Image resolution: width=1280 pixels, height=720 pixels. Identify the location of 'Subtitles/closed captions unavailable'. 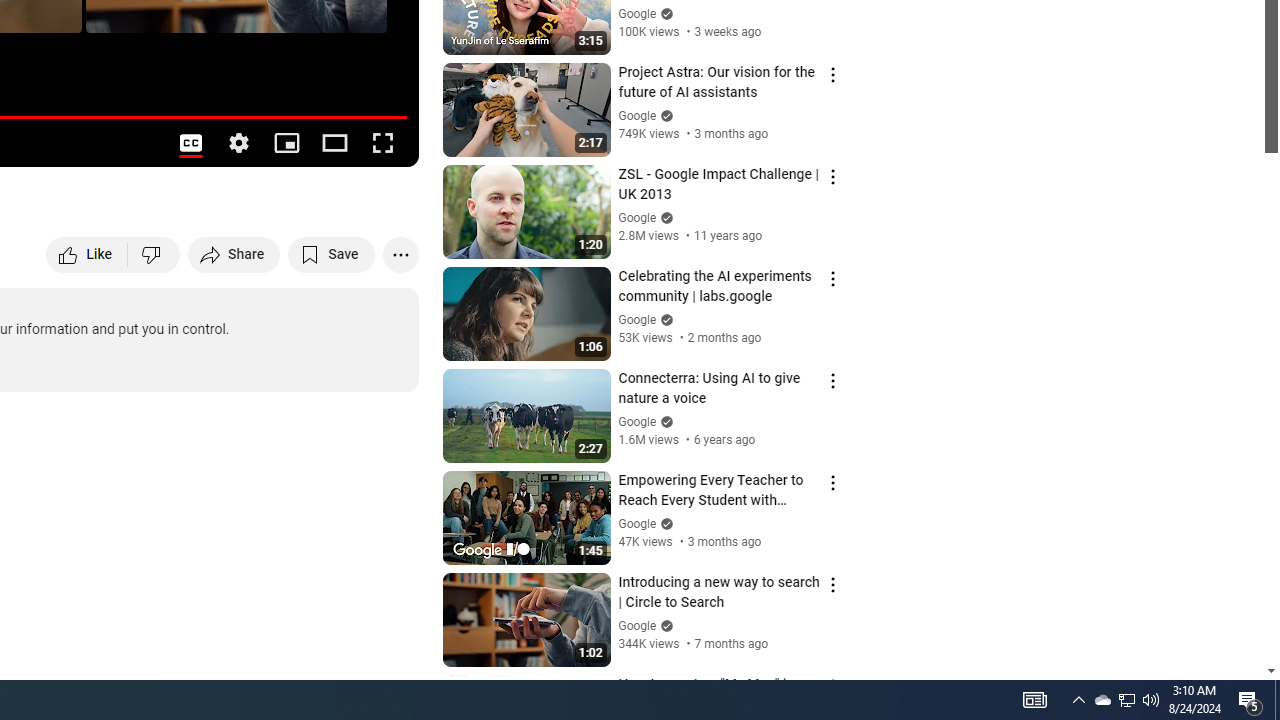
(190, 141).